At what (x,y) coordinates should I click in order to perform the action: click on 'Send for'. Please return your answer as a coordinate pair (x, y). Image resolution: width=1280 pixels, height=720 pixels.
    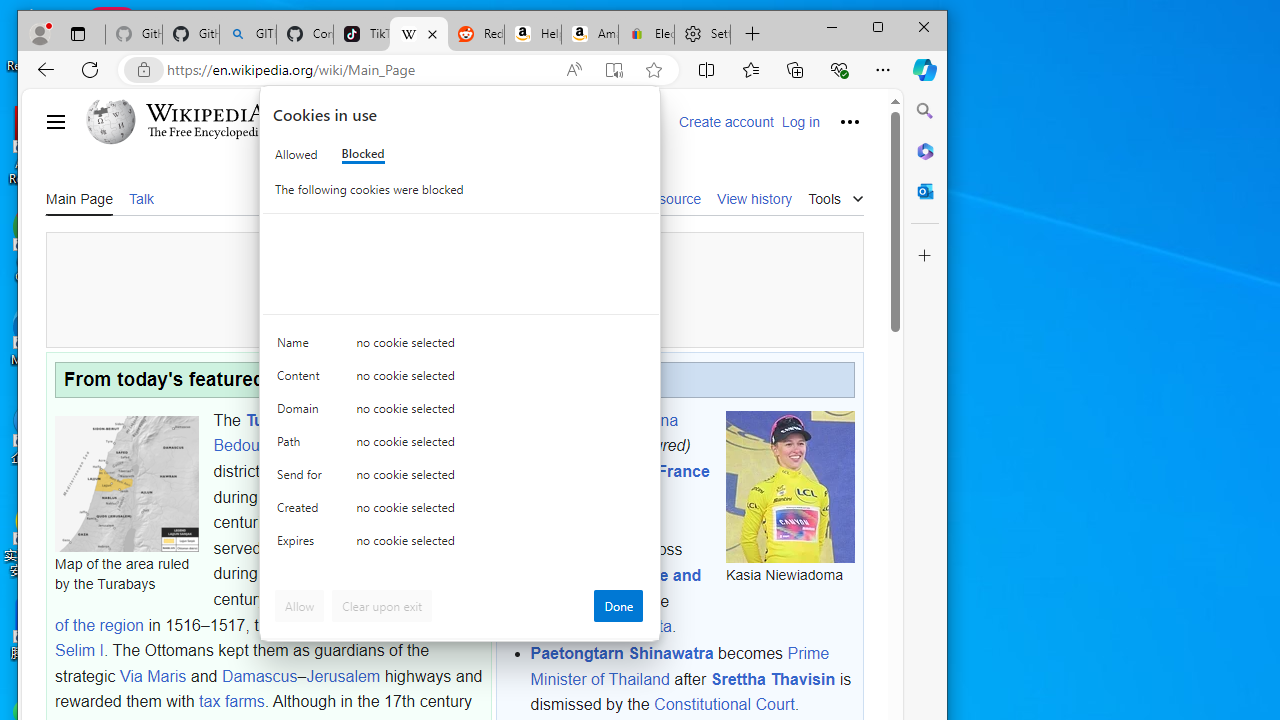
    Looking at the image, I should click on (301, 479).